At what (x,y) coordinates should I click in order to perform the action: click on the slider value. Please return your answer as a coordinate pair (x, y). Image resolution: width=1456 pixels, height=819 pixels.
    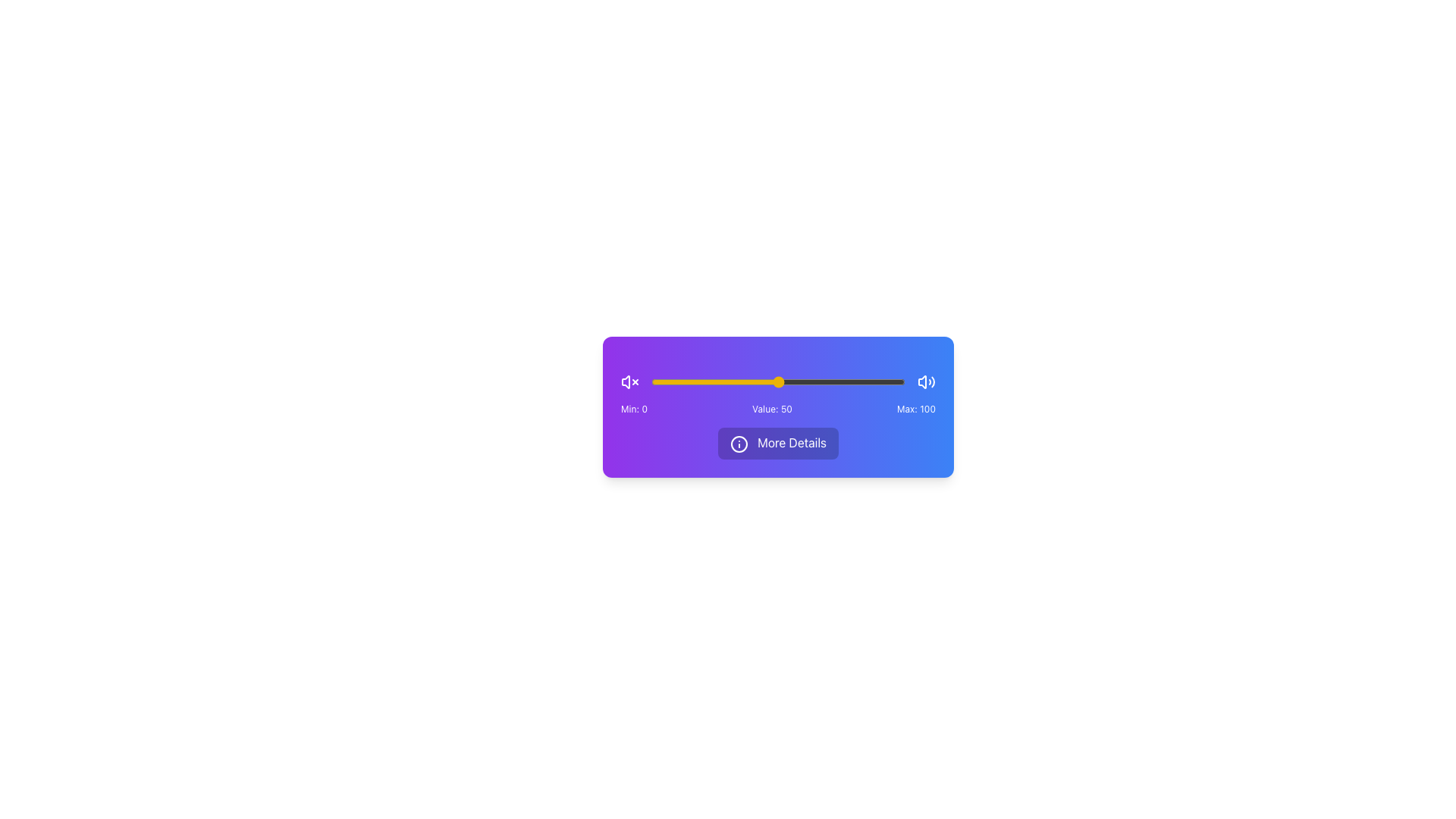
    Looking at the image, I should click on (770, 381).